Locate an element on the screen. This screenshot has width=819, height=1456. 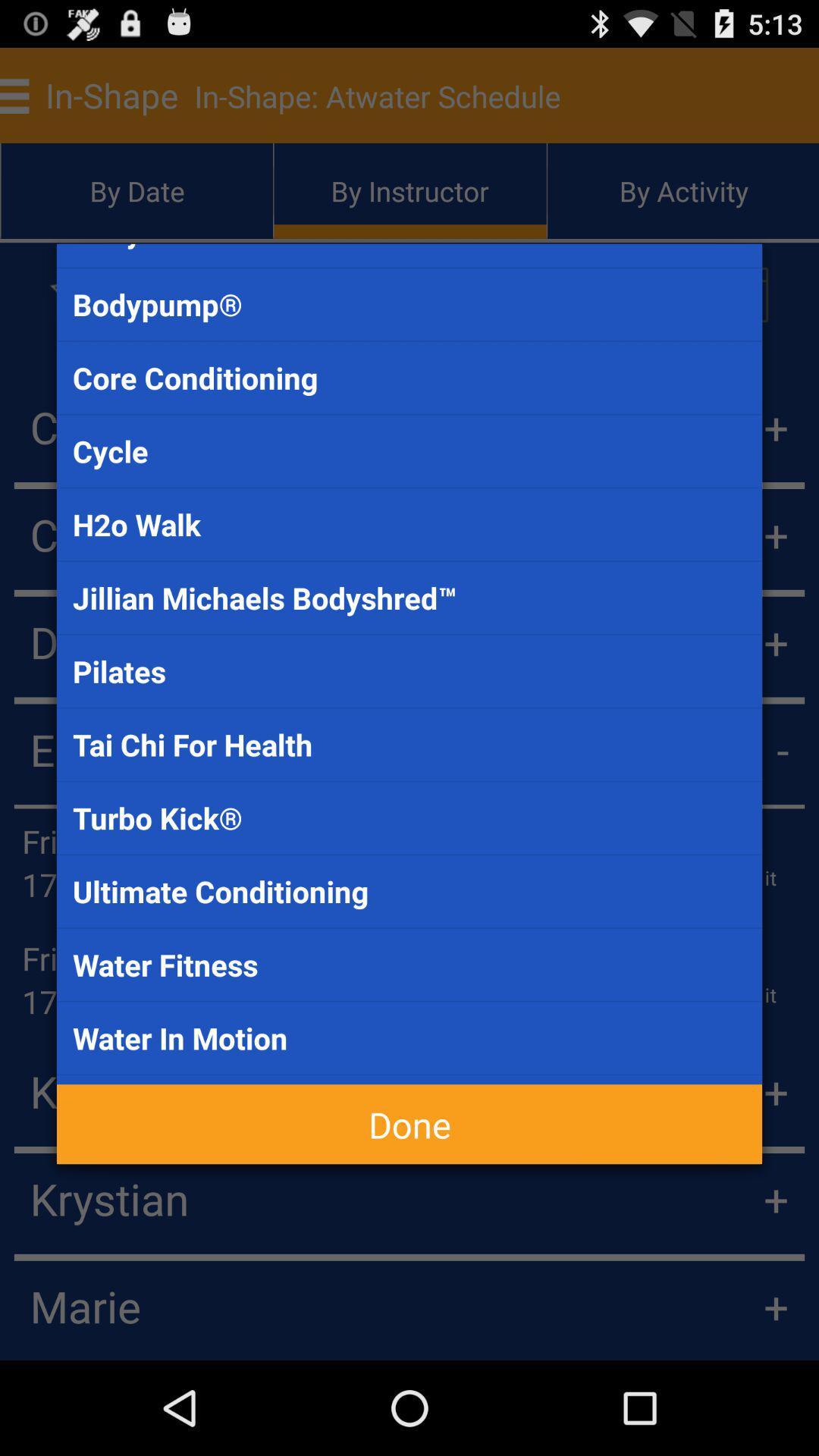
app above the h2o walk icon is located at coordinates (409, 450).